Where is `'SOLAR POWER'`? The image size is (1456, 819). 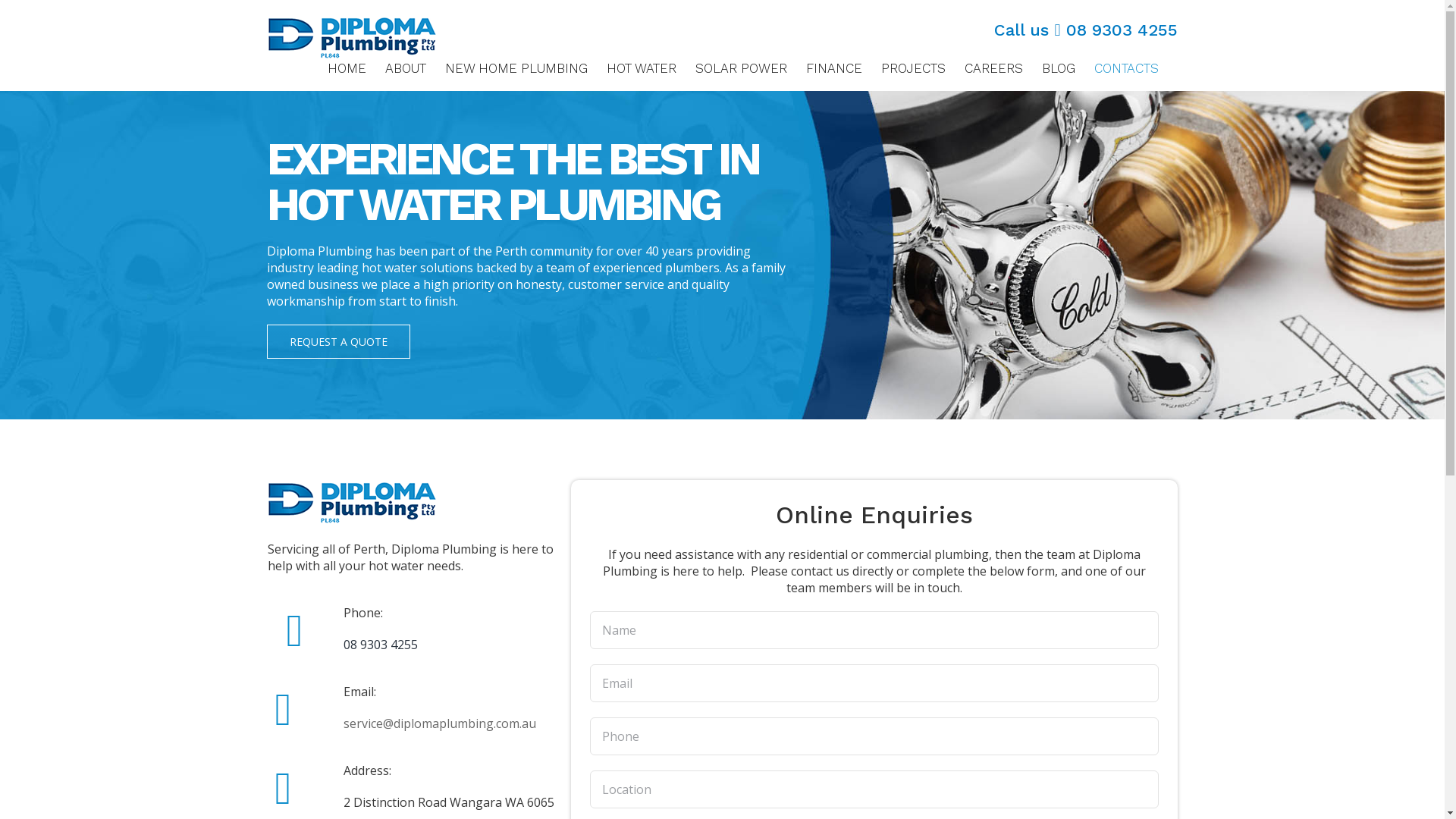 'SOLAR POWER' is located at coordinates (740, 67).